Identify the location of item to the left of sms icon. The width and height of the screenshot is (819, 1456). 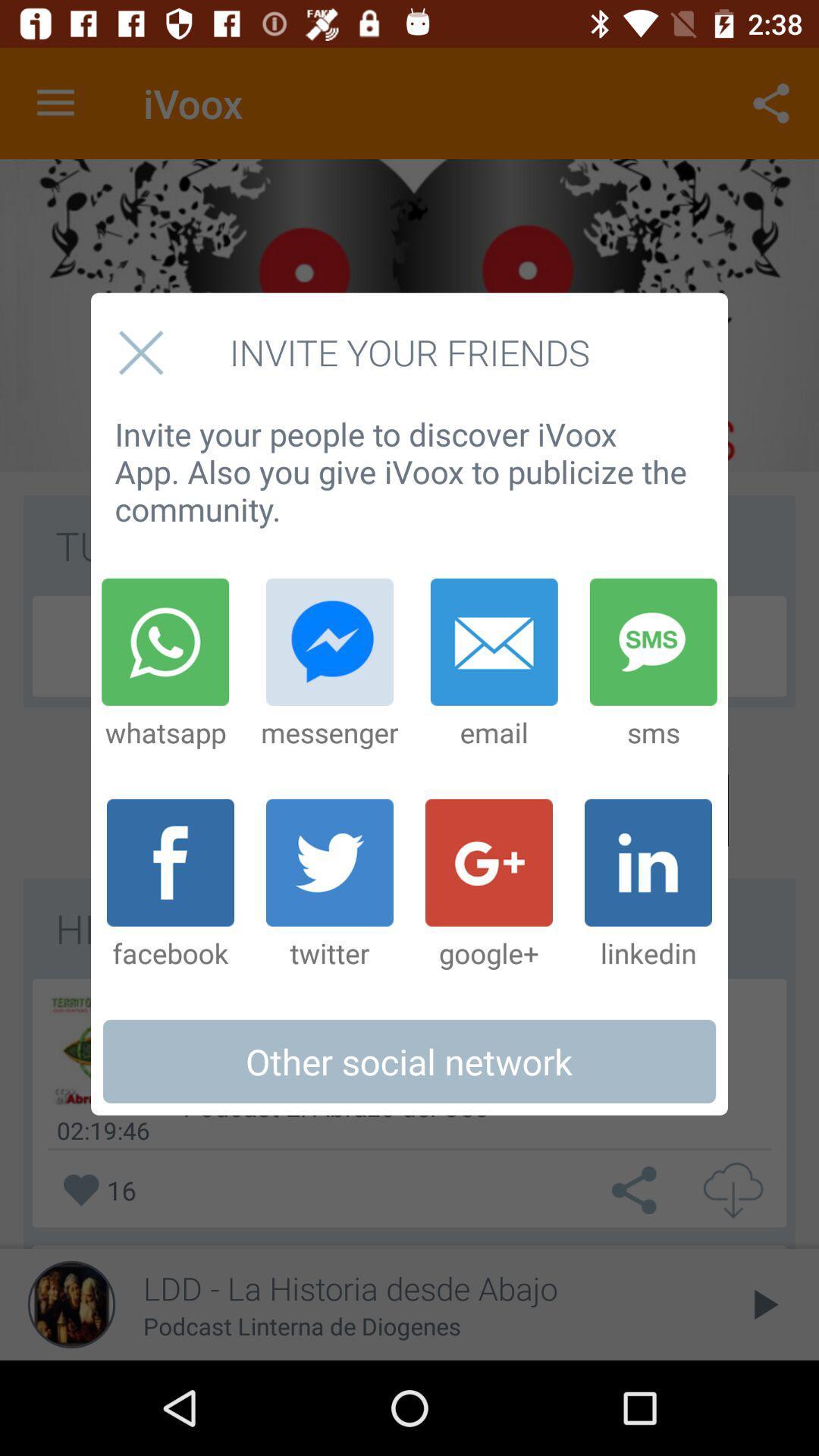
(494, 664).